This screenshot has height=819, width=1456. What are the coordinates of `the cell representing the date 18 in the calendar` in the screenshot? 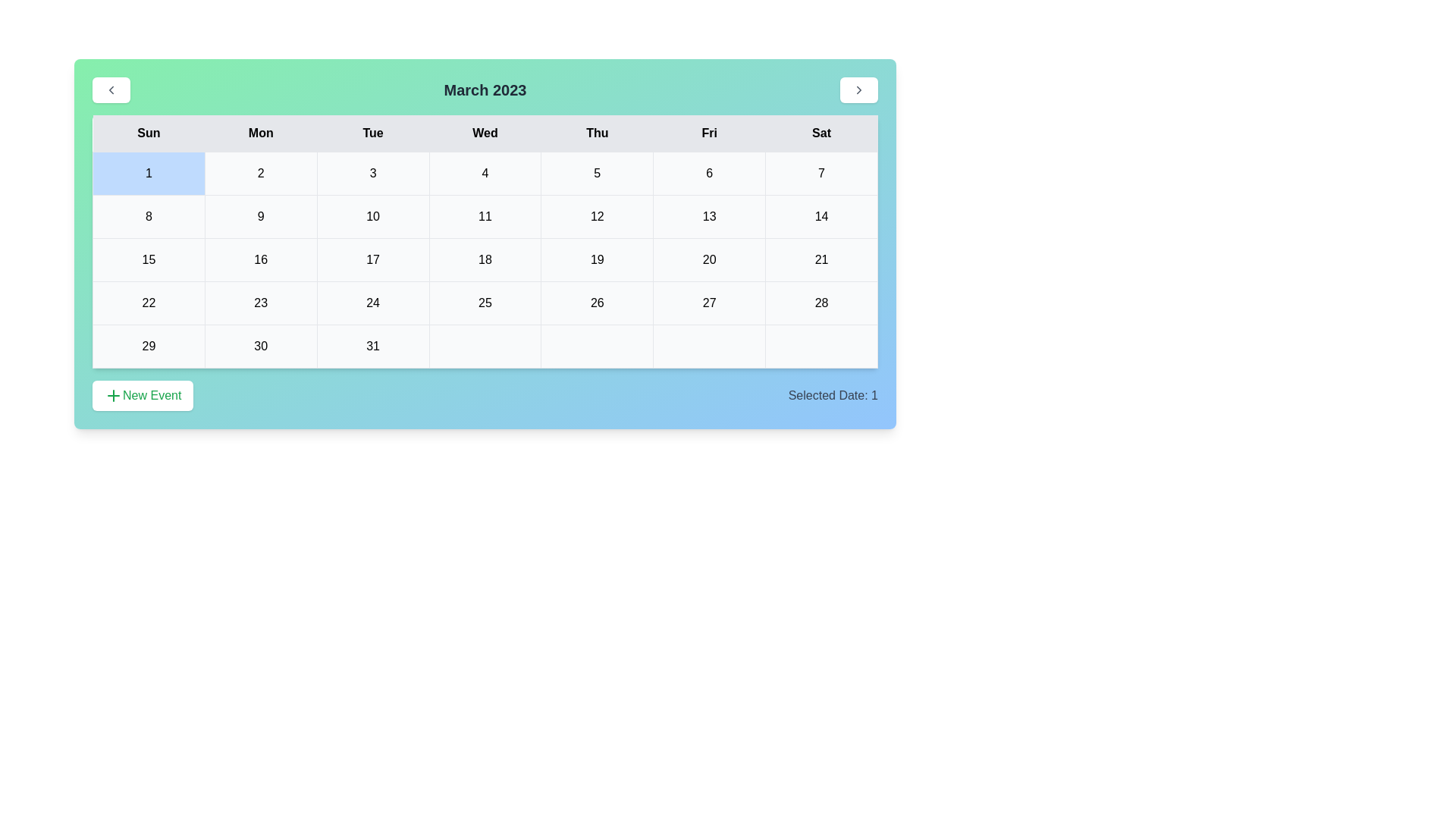 It's located at (484, 259).